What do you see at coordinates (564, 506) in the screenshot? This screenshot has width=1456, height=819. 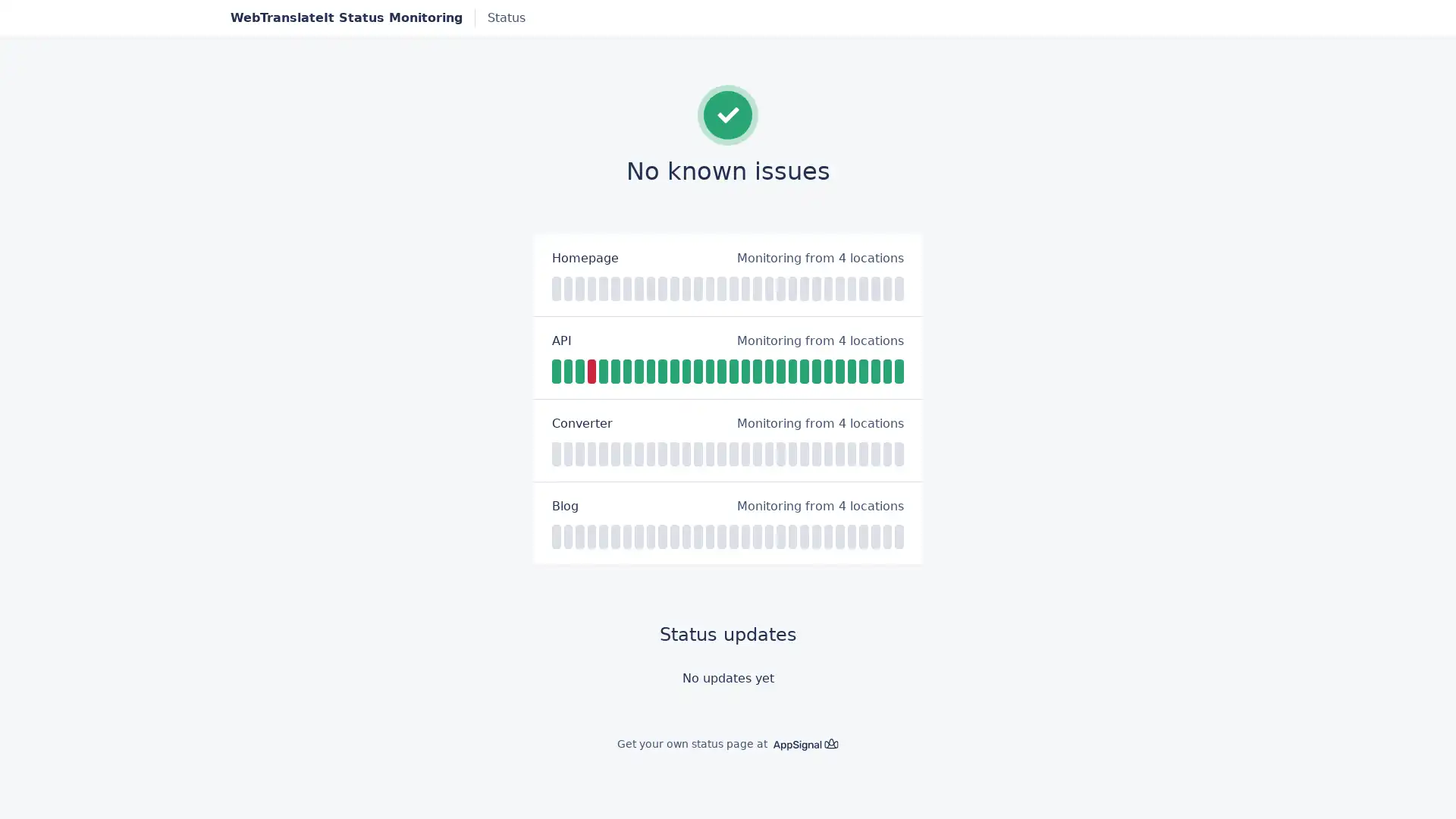 I see `Blog` at bounding box center [564, 506].